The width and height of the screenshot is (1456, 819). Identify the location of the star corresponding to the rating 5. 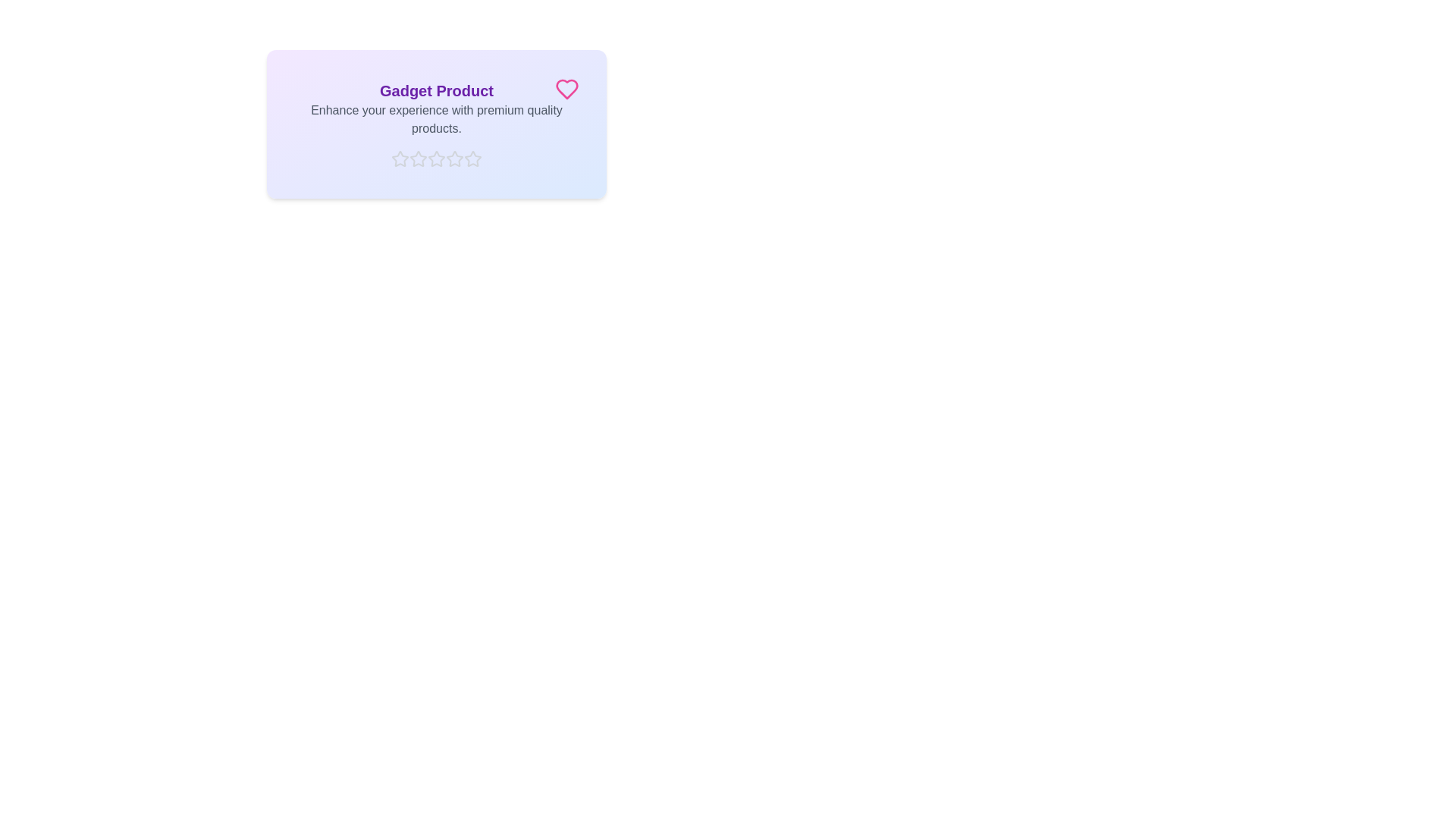
(472, 158).